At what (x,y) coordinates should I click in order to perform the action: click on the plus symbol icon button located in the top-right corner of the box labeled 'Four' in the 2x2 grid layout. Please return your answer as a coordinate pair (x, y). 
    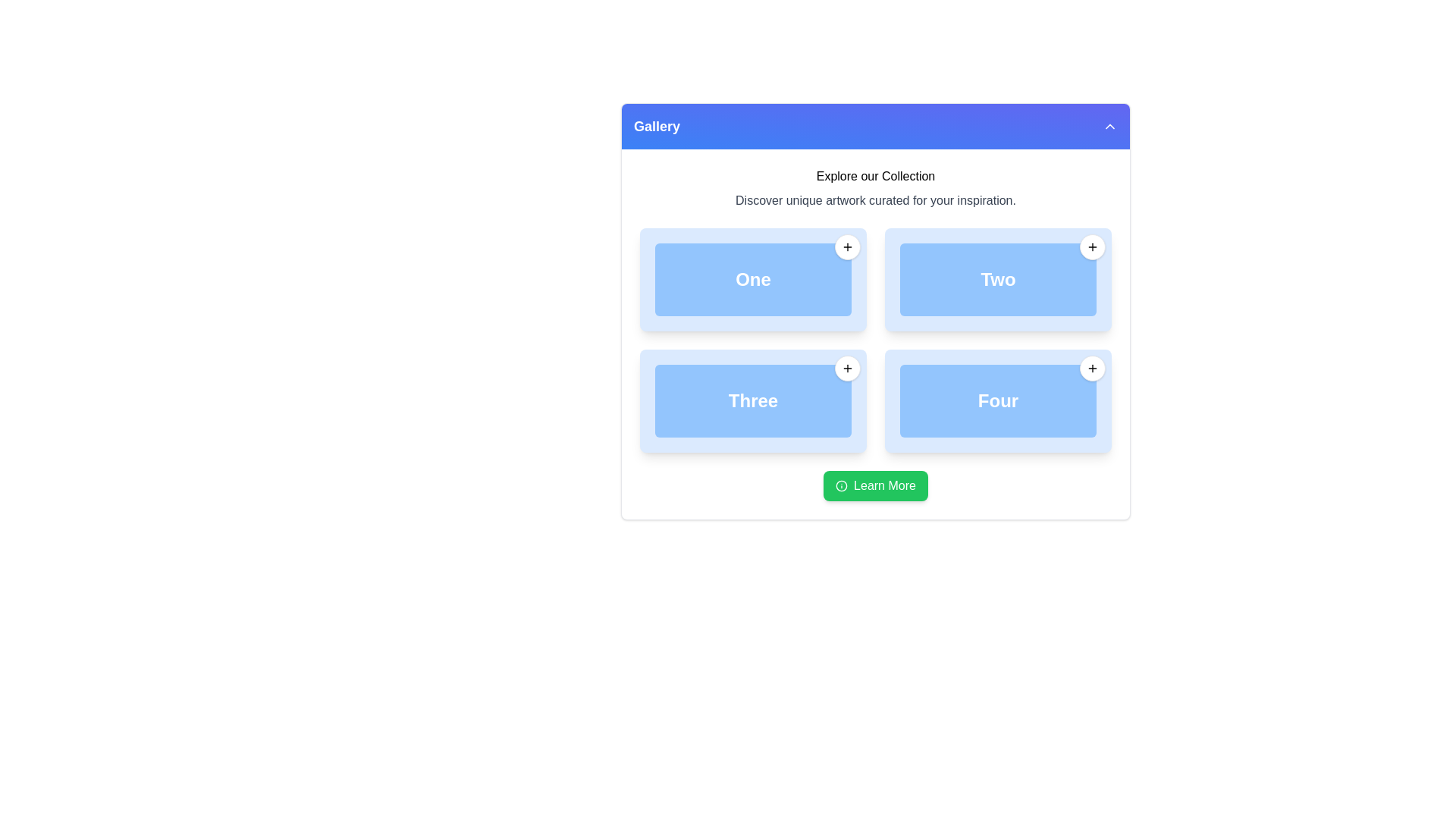
    Looking at the image, I should click on (1092, 369).